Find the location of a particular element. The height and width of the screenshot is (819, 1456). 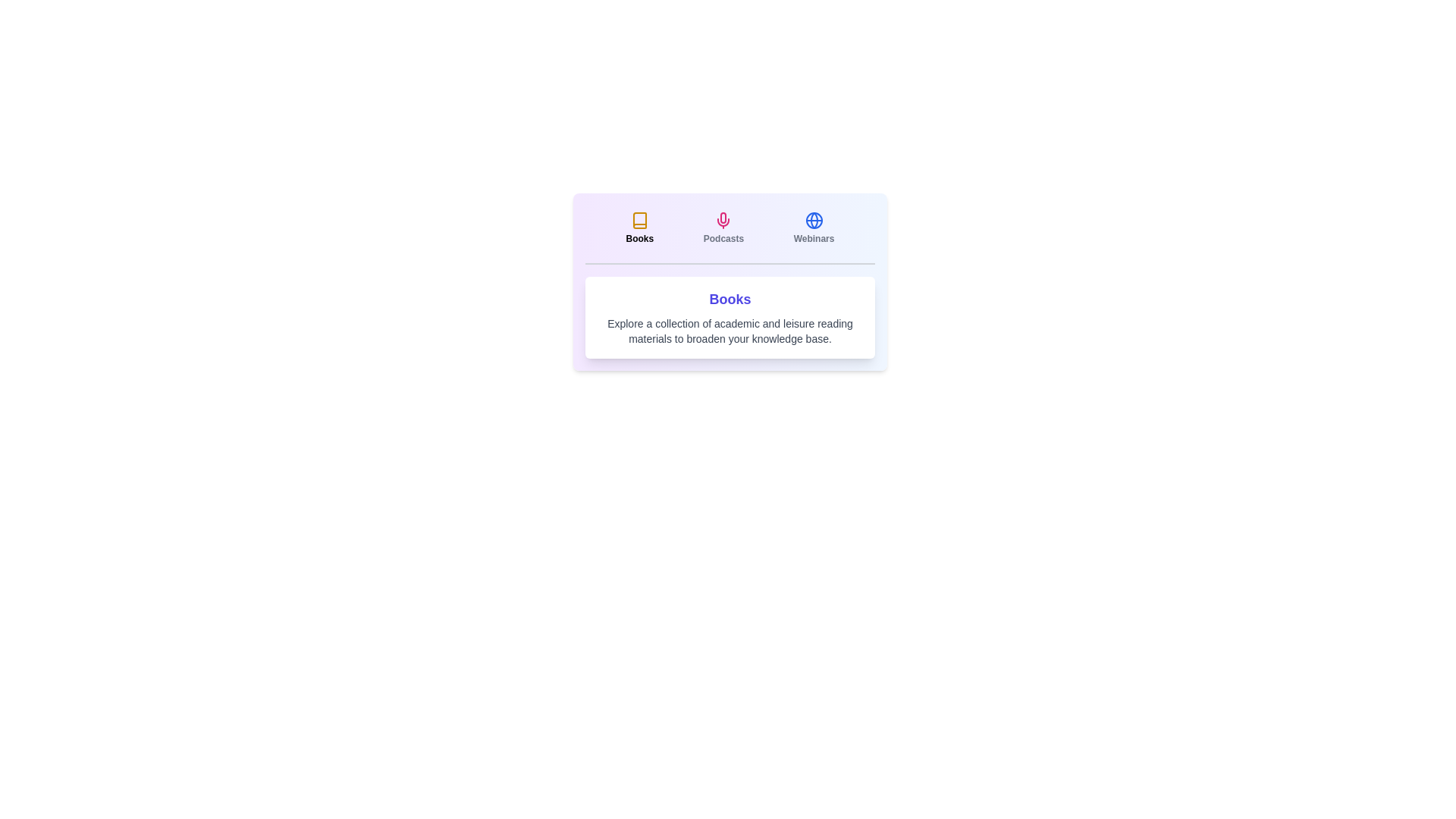

the Podcasts tab by clicking on it is located at coordinates (723, 227).